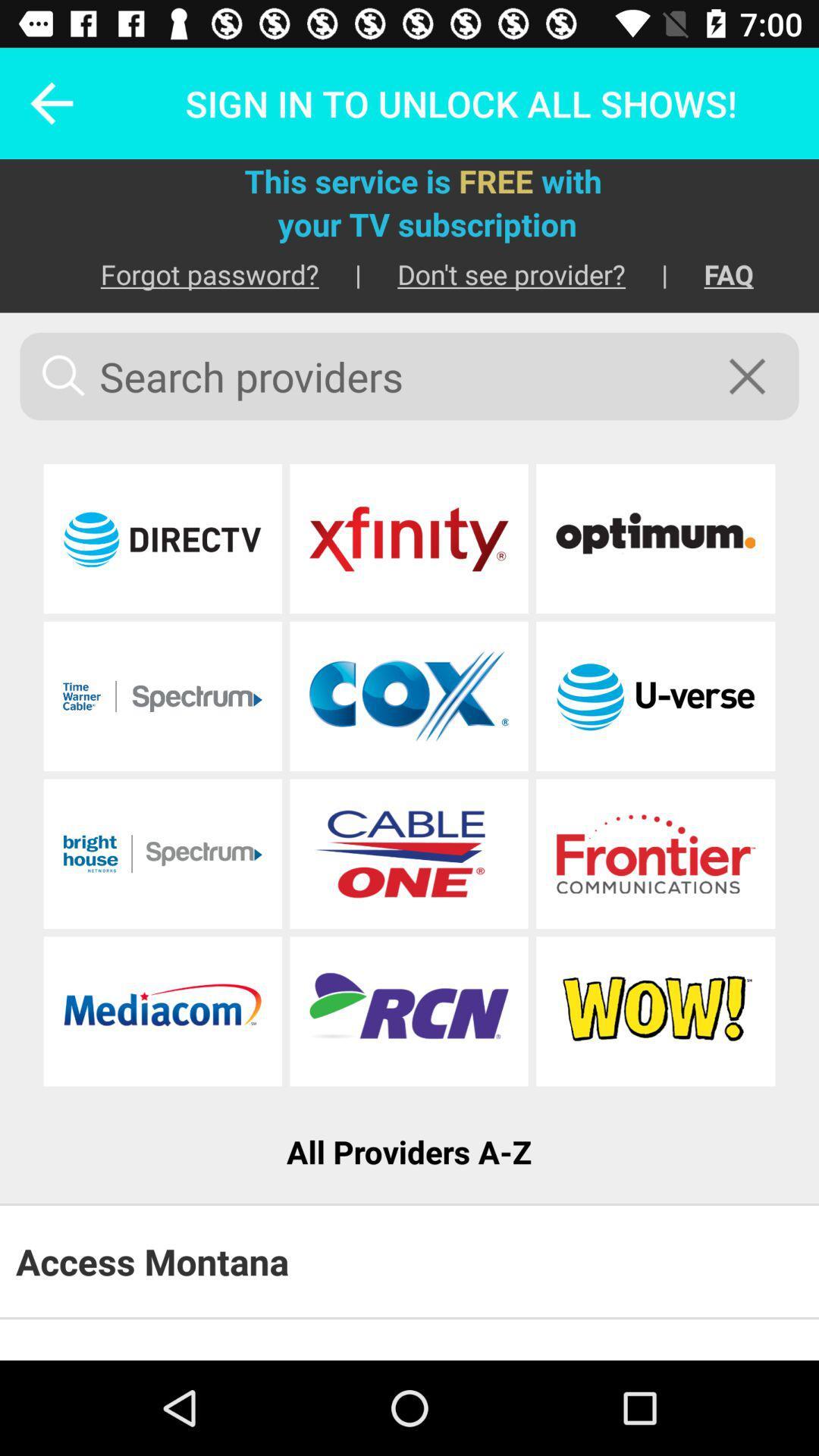 Image resolution: width=819 pixels, height=1456 pixels. I want to click on faq, so click(711, 274).